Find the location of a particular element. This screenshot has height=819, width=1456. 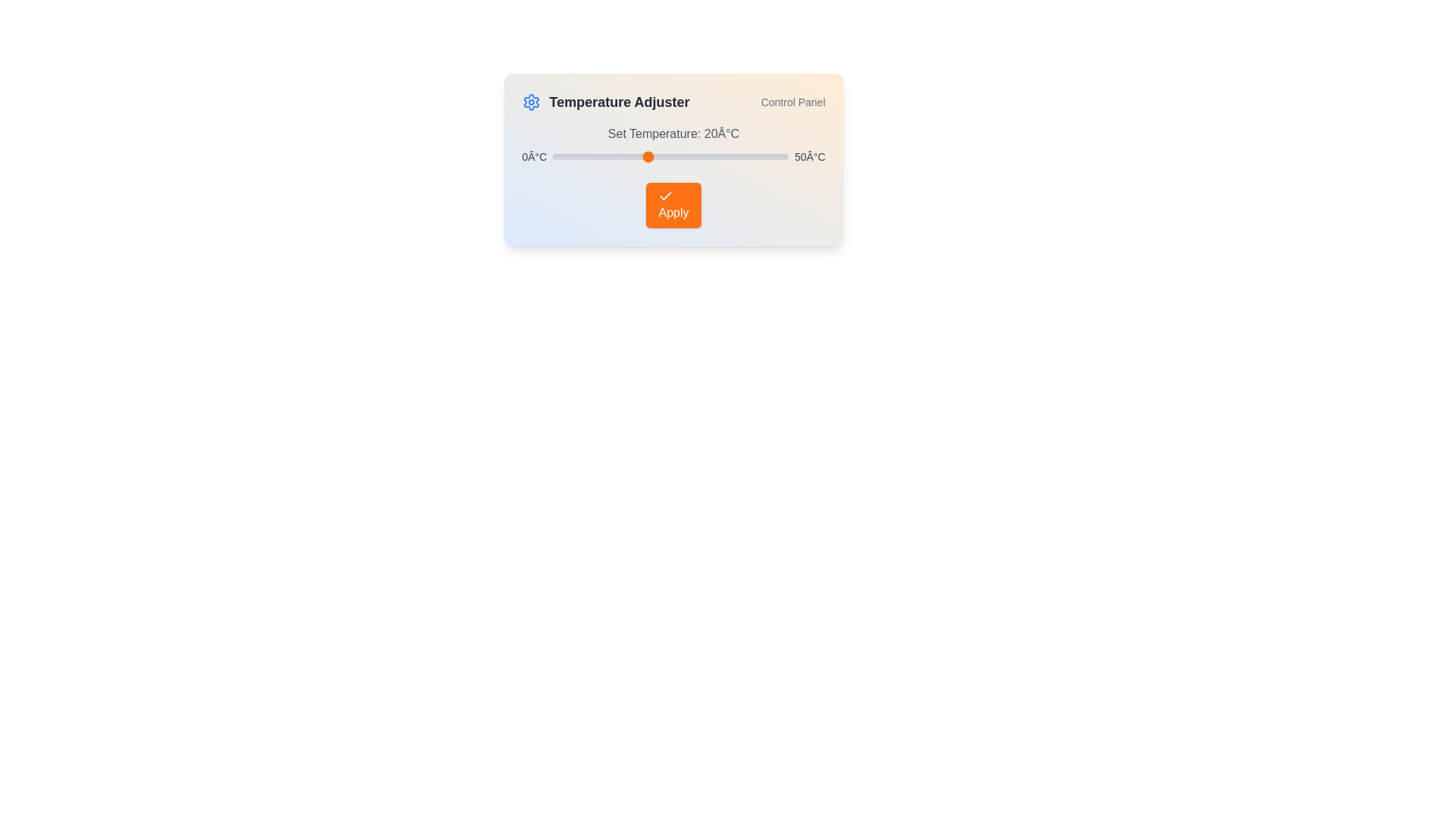

the settings icon to access additional options is located at coordinates (531, 102).